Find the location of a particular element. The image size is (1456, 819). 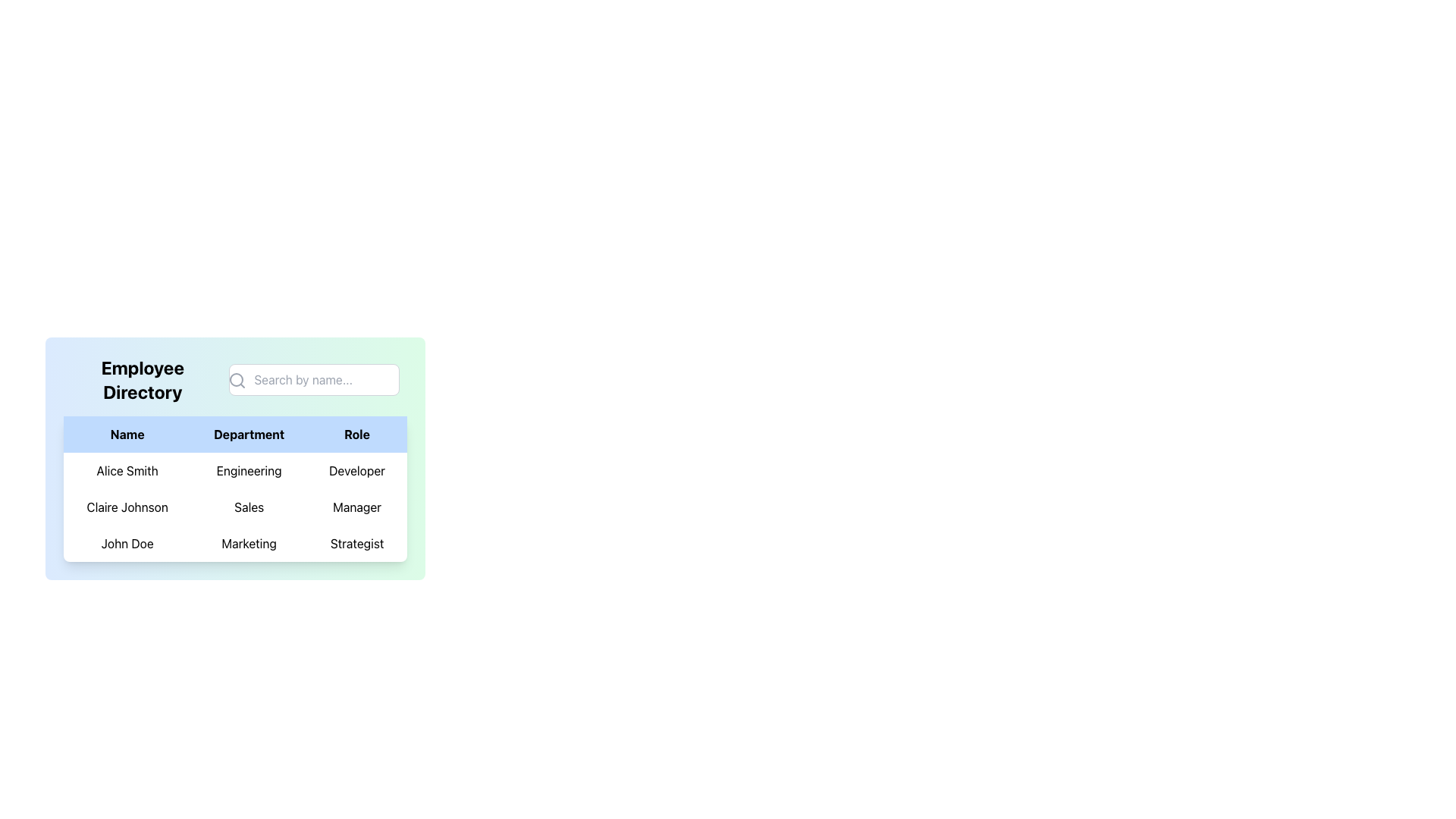

the table cell containing the text 'Developer', which is centrally aligned in black against a white background, located in the 'Role' column of the first row is located at coordinates (356, 470).